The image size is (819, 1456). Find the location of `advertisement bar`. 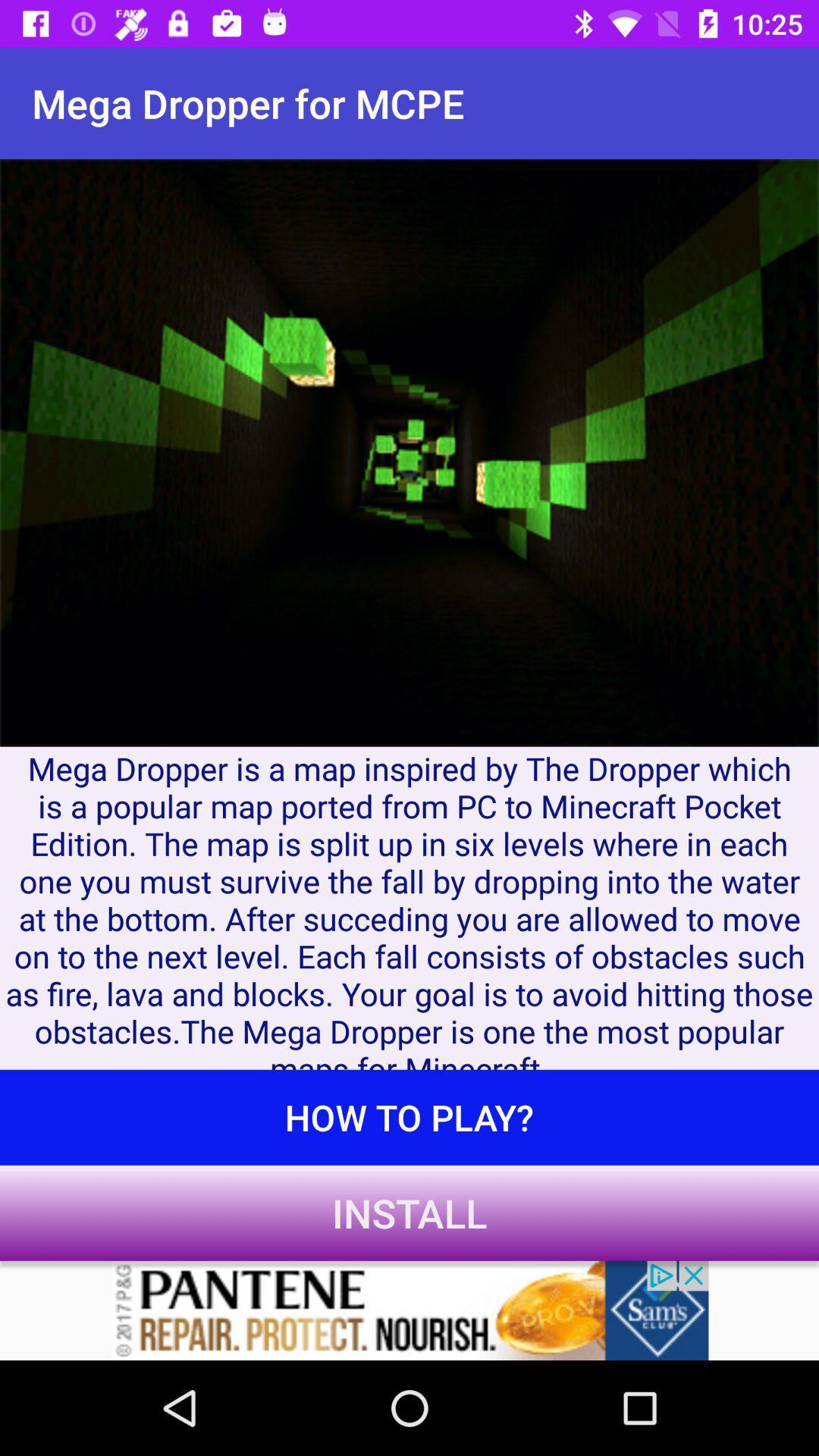

advertisement bar is located at coordinates (409, 1310).